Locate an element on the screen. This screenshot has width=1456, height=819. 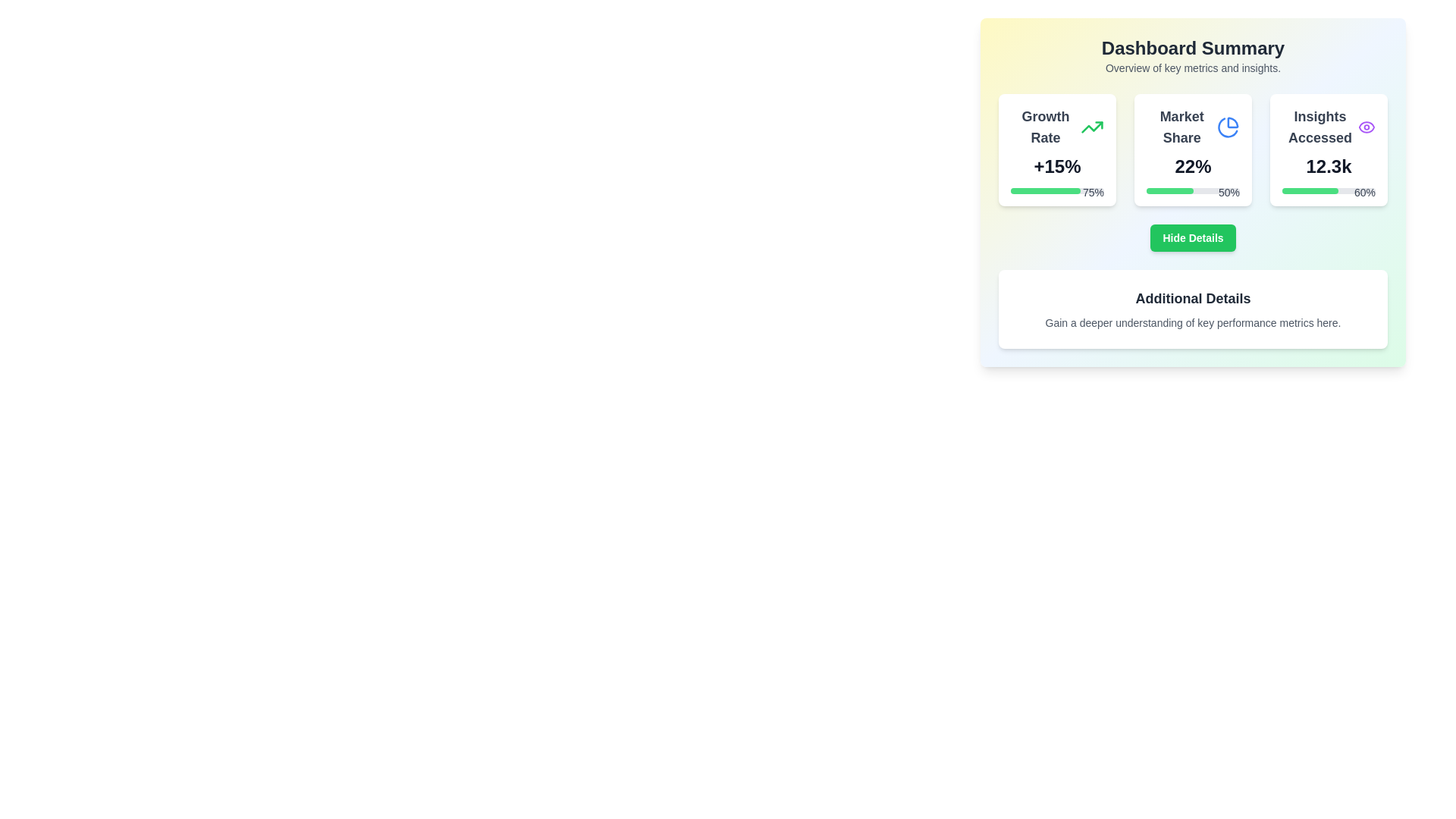
displayed text 'Growth Rate' from the label with an icon located at the top-left corner of the main dashboard section, which is above a percentage value and aligned with adjacent cards is located at coordinates (1056, 127).